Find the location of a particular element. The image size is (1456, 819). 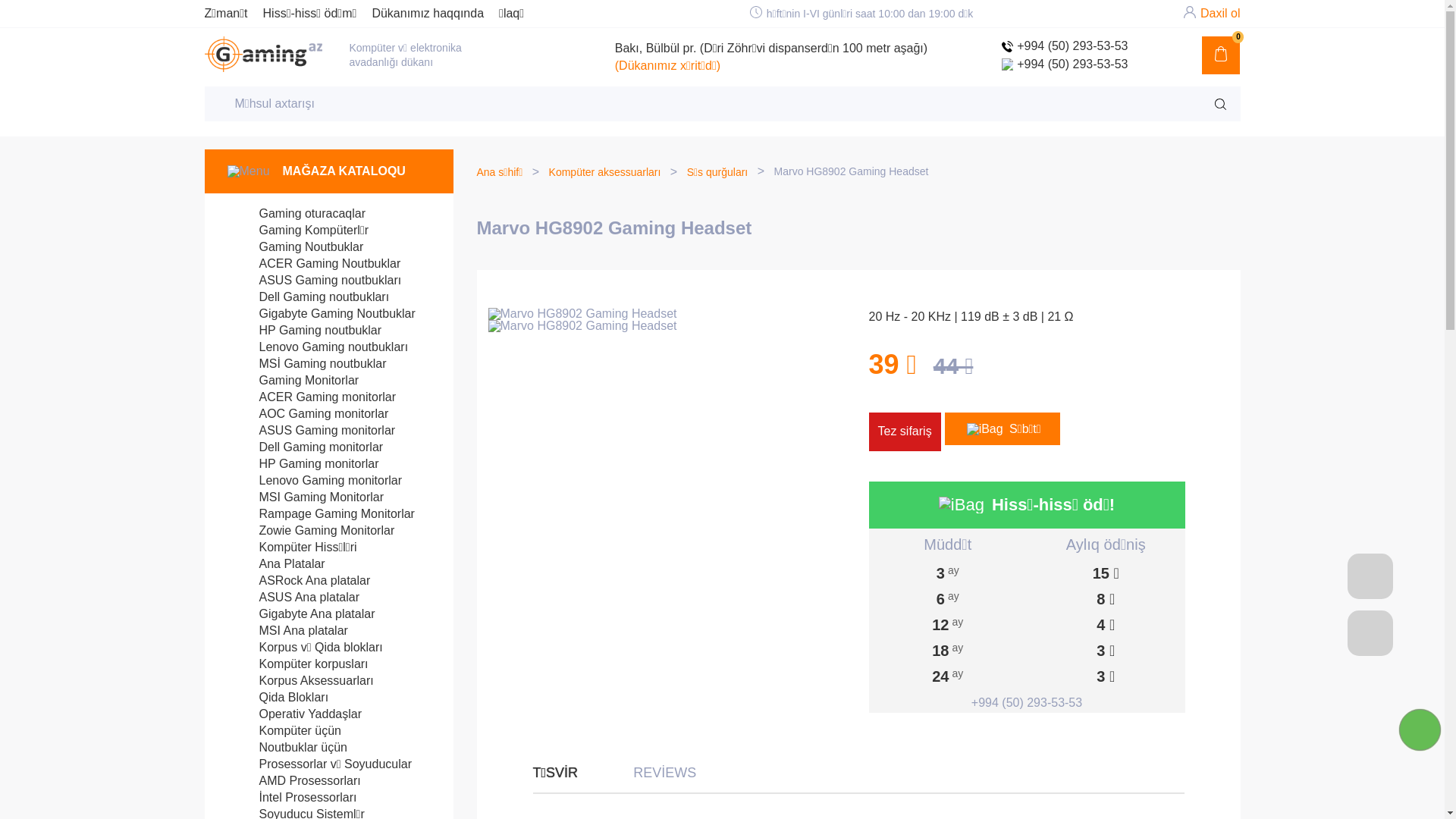

'Gaming Monitorlar' is located at coordinates (293, 379).